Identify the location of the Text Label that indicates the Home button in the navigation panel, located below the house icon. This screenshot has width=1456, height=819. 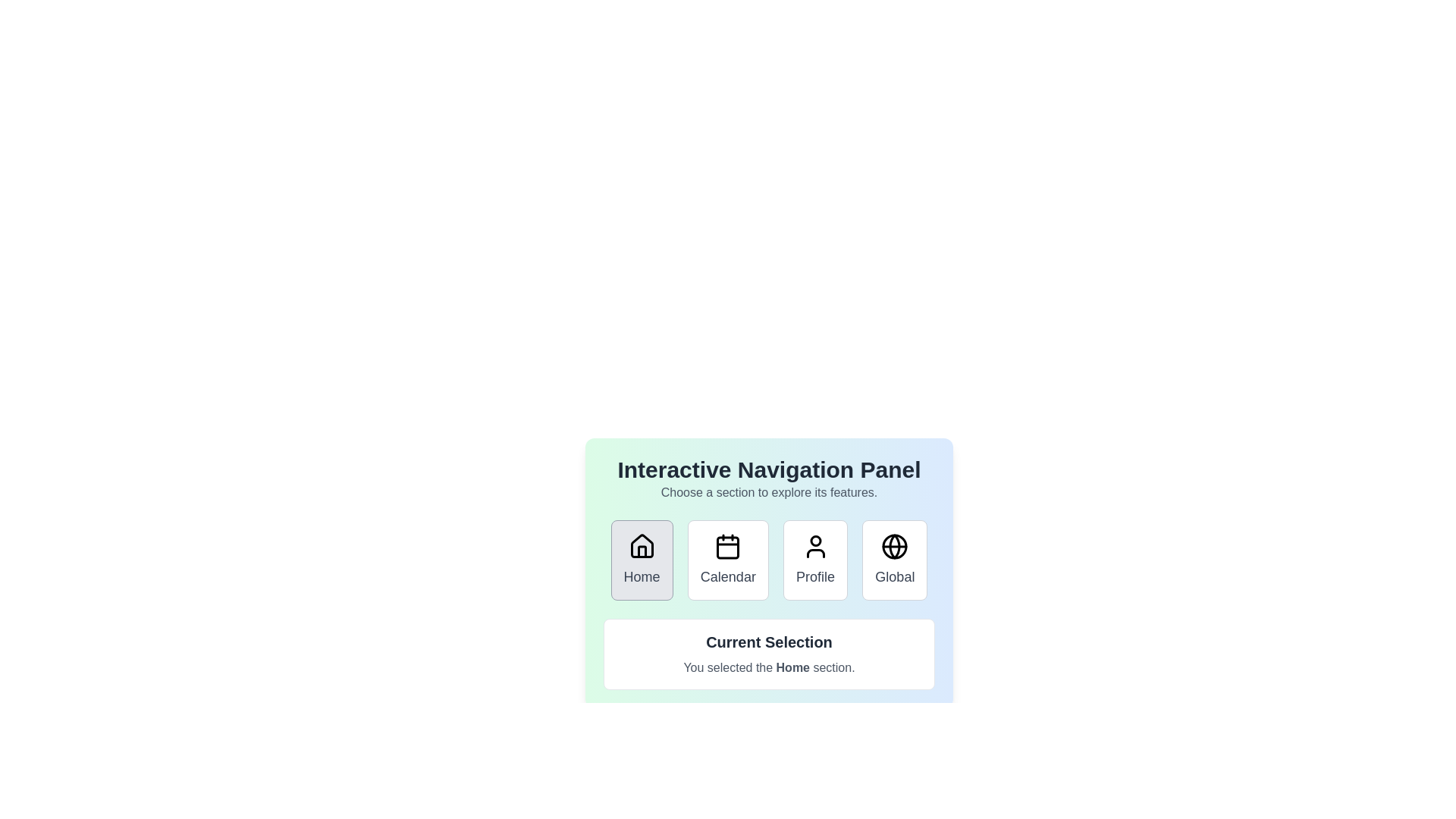
(642, 576).